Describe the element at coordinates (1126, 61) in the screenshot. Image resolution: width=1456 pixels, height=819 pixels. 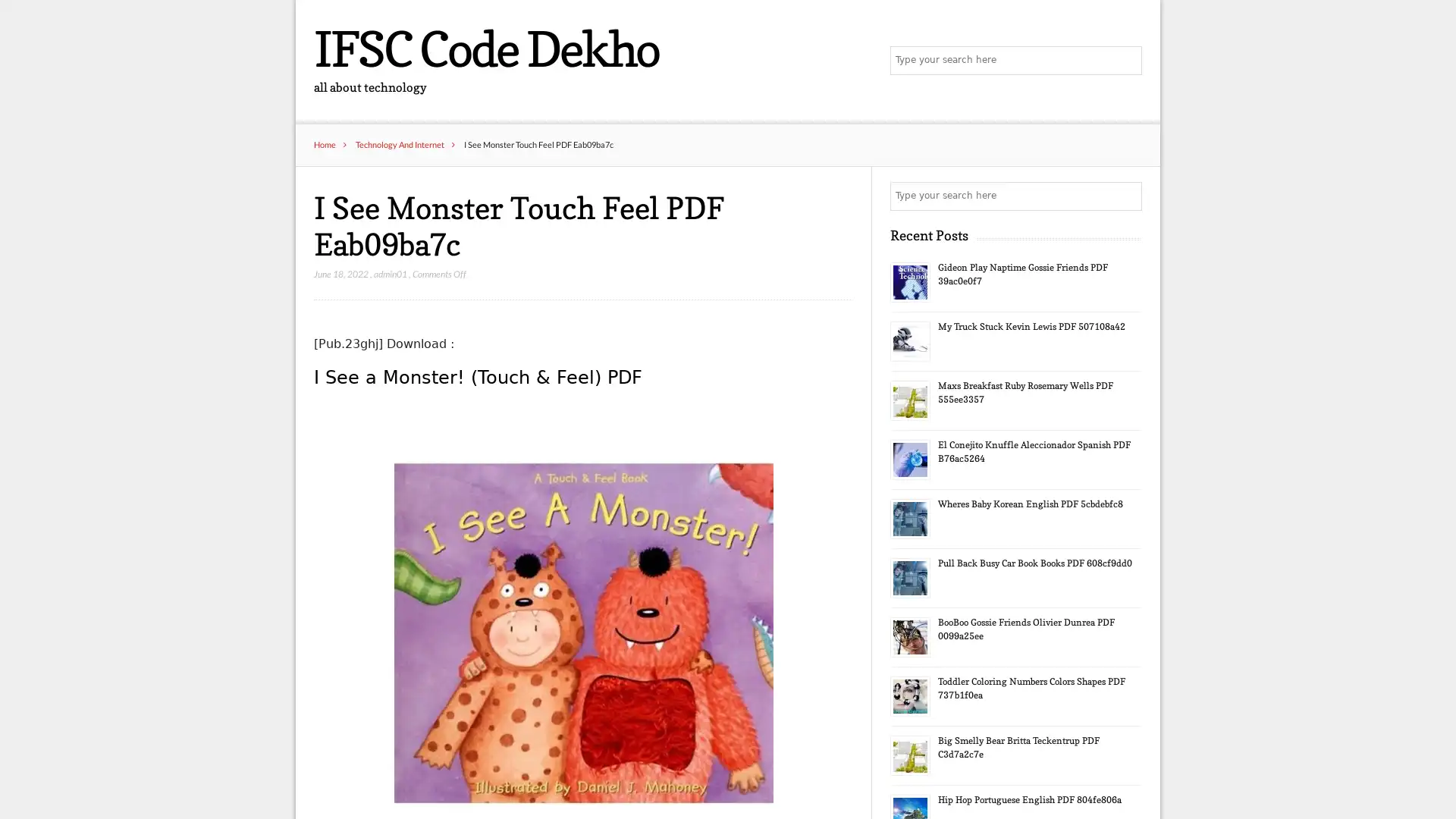
I see `Search` at that location.